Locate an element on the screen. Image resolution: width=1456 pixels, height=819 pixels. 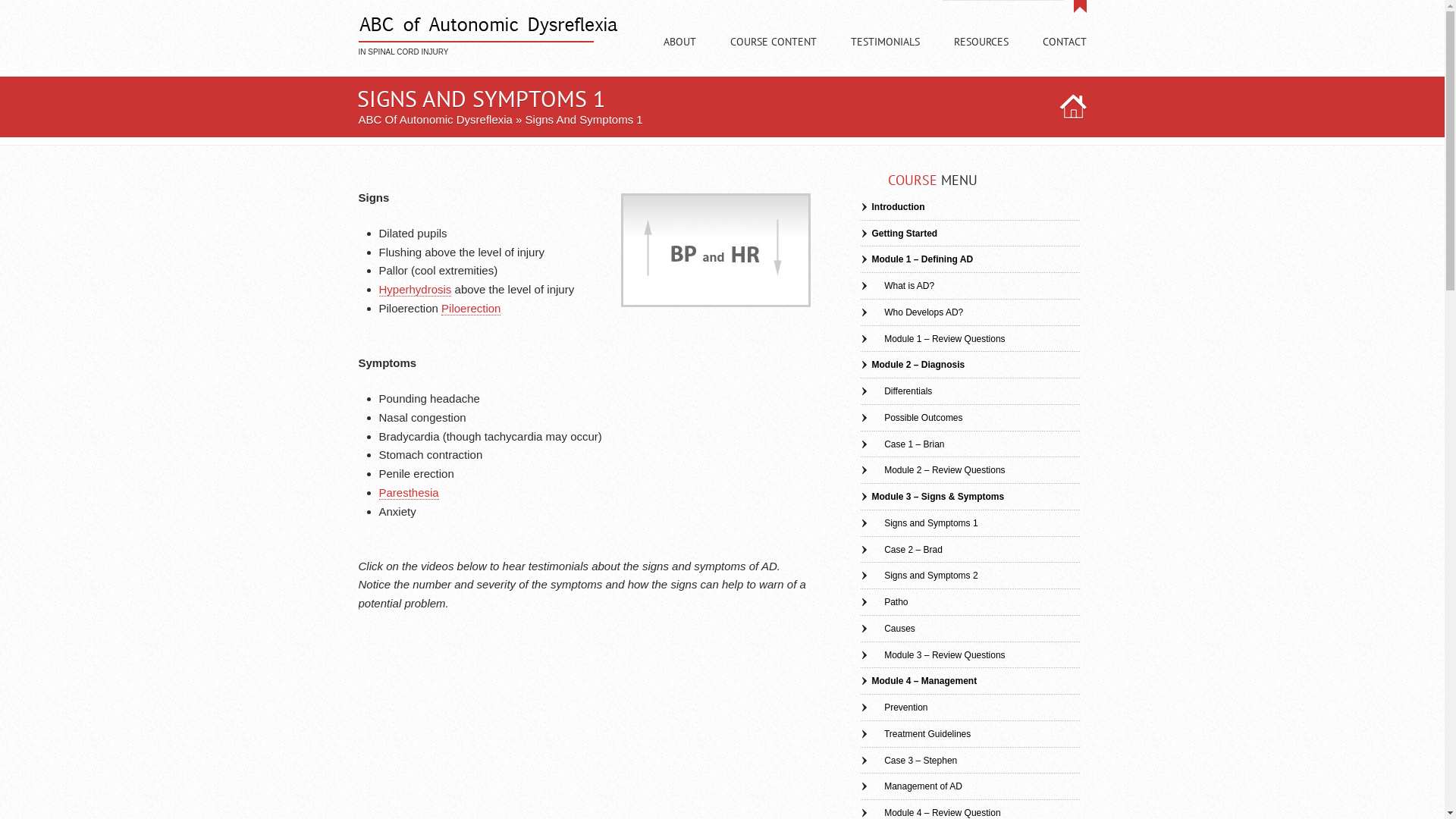
'Hyperhydrosis' is located at coordinates (415, 289).